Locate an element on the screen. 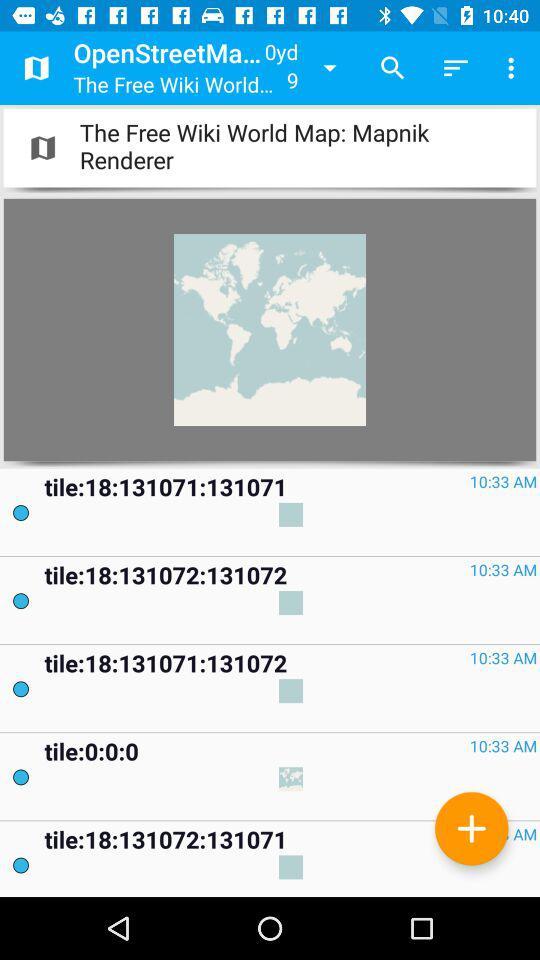  new map item is located at coordinates (471, 828).